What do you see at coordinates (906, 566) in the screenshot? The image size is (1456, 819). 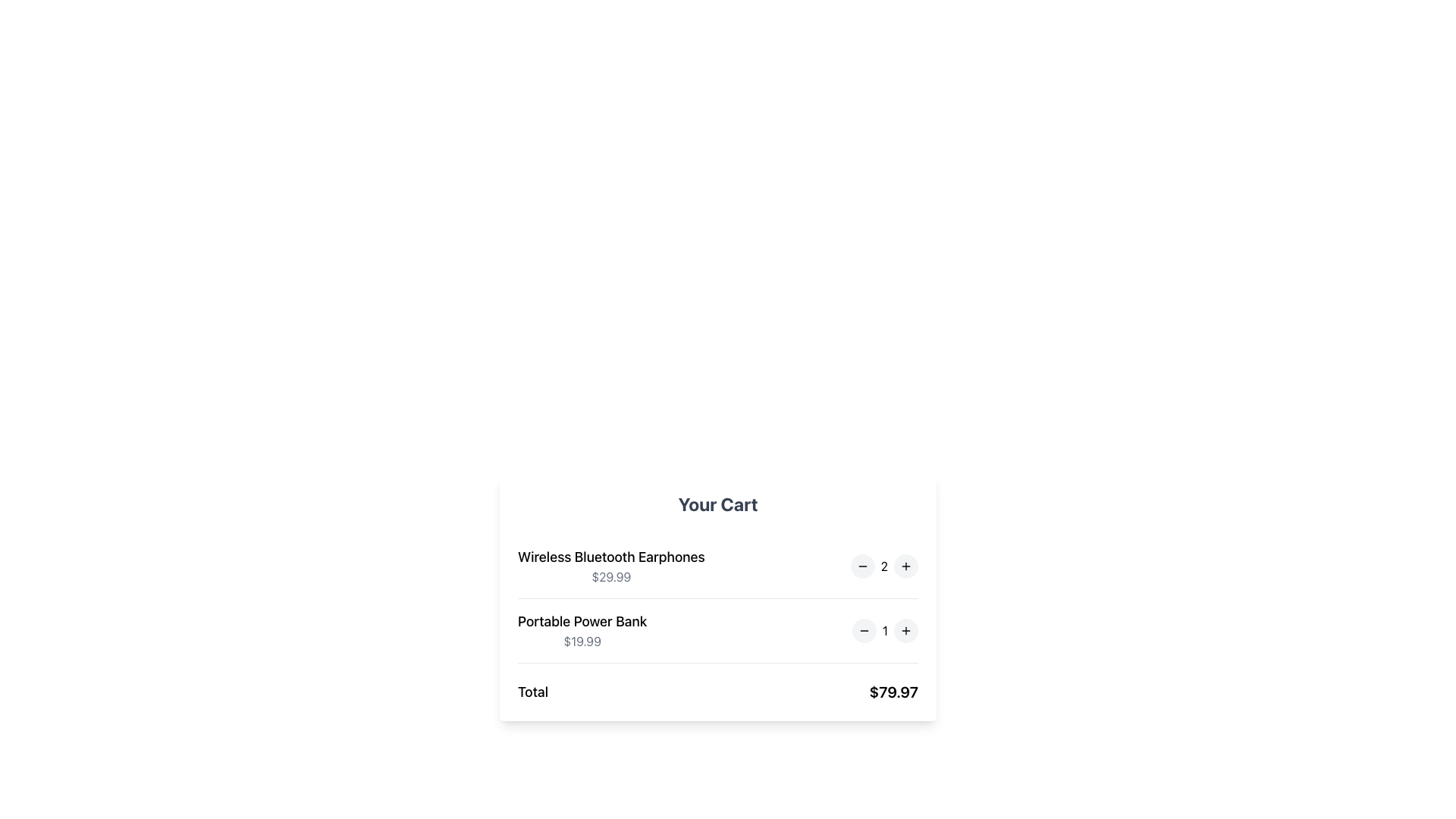 I see `the circular gray button with a '+' icon located to the right of the quantity display ('2') in the shopping cart section to increase the product quantity` at bounding box center [906, 566].